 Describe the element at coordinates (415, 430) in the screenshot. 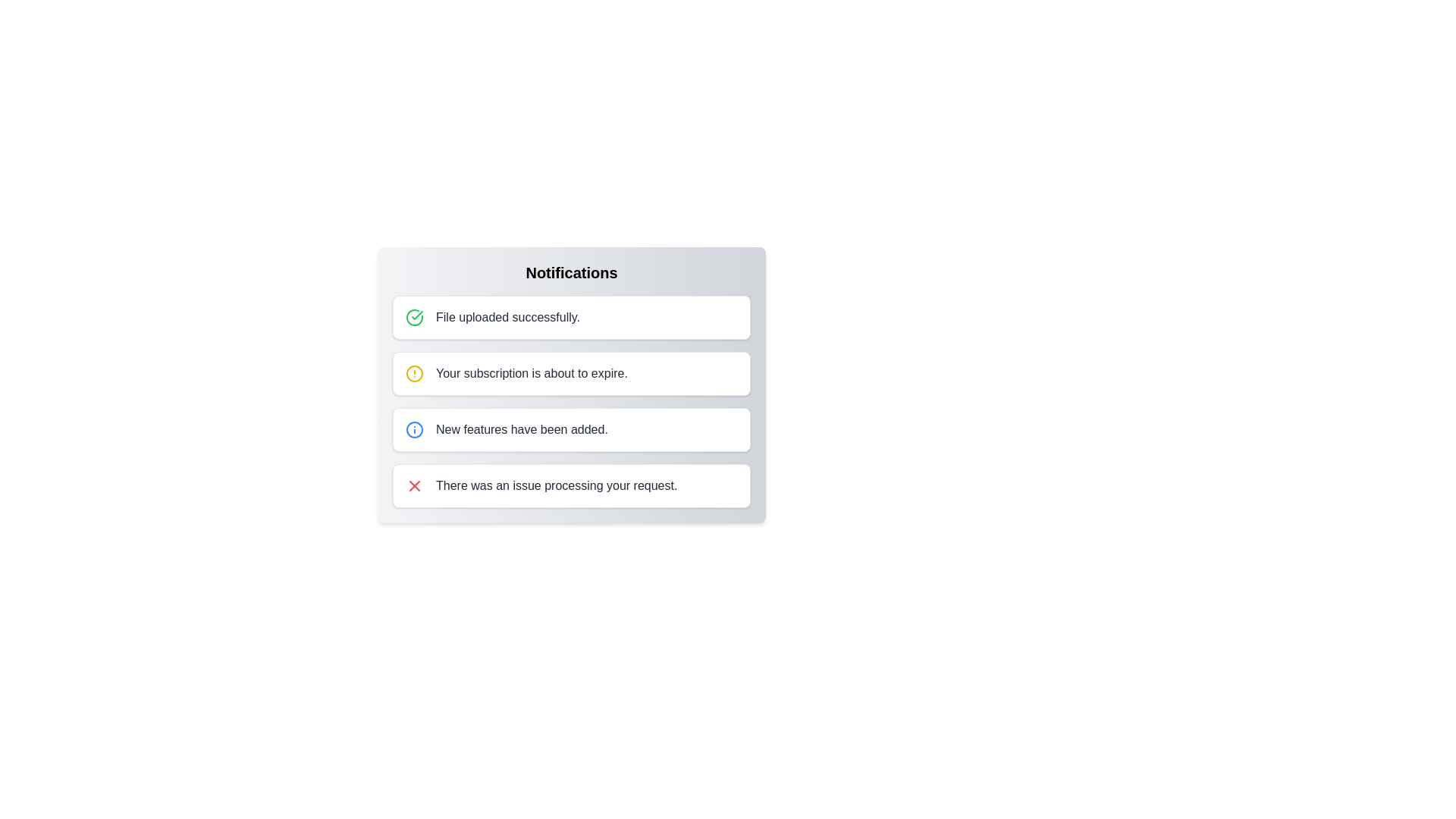

I see `the circular blue stroke element representing the information symbol located in the notification panel under 'Notifications'` at that location.